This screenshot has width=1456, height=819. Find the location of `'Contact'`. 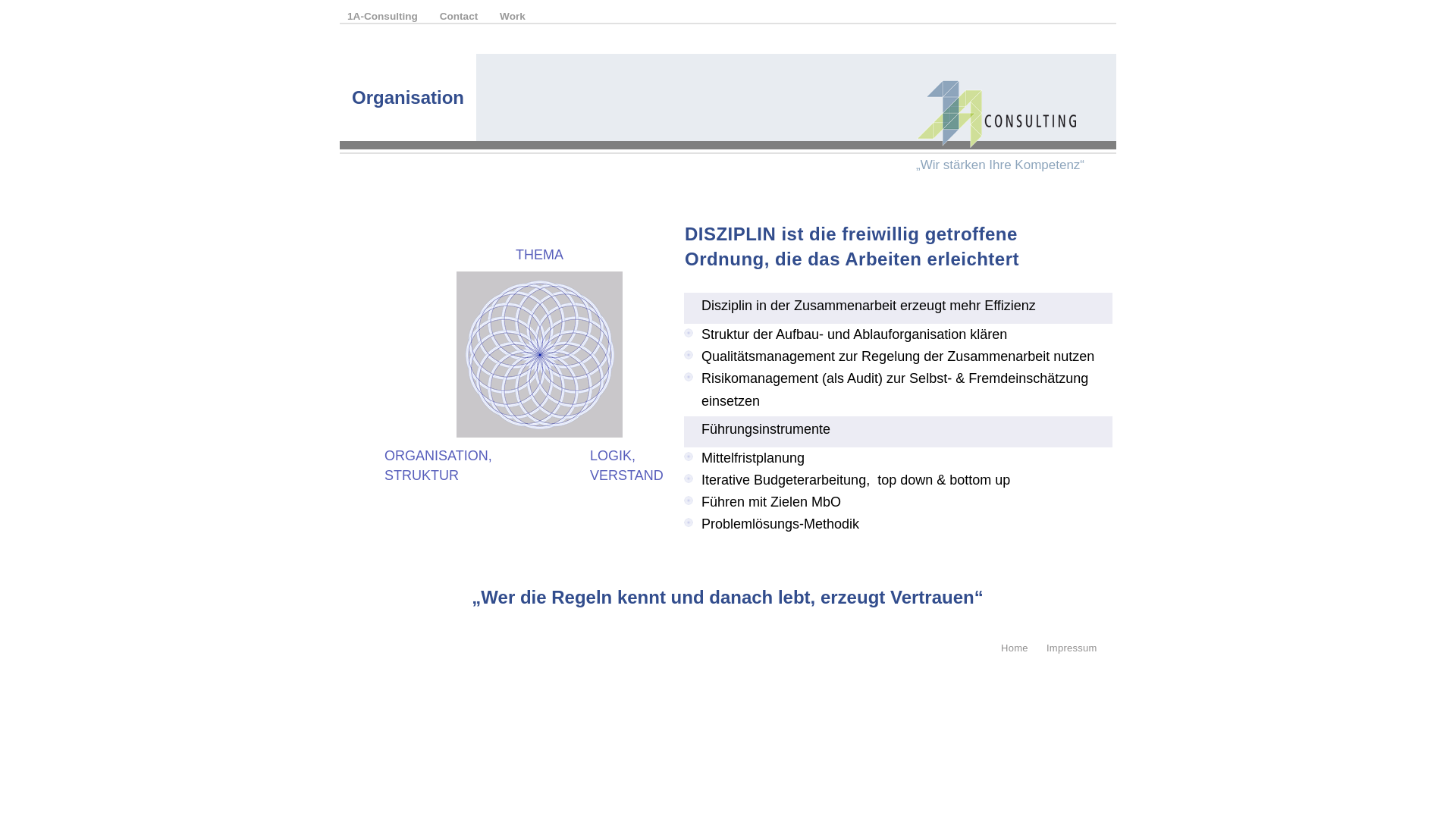

'Contact' is located at coordinates (459, 16).